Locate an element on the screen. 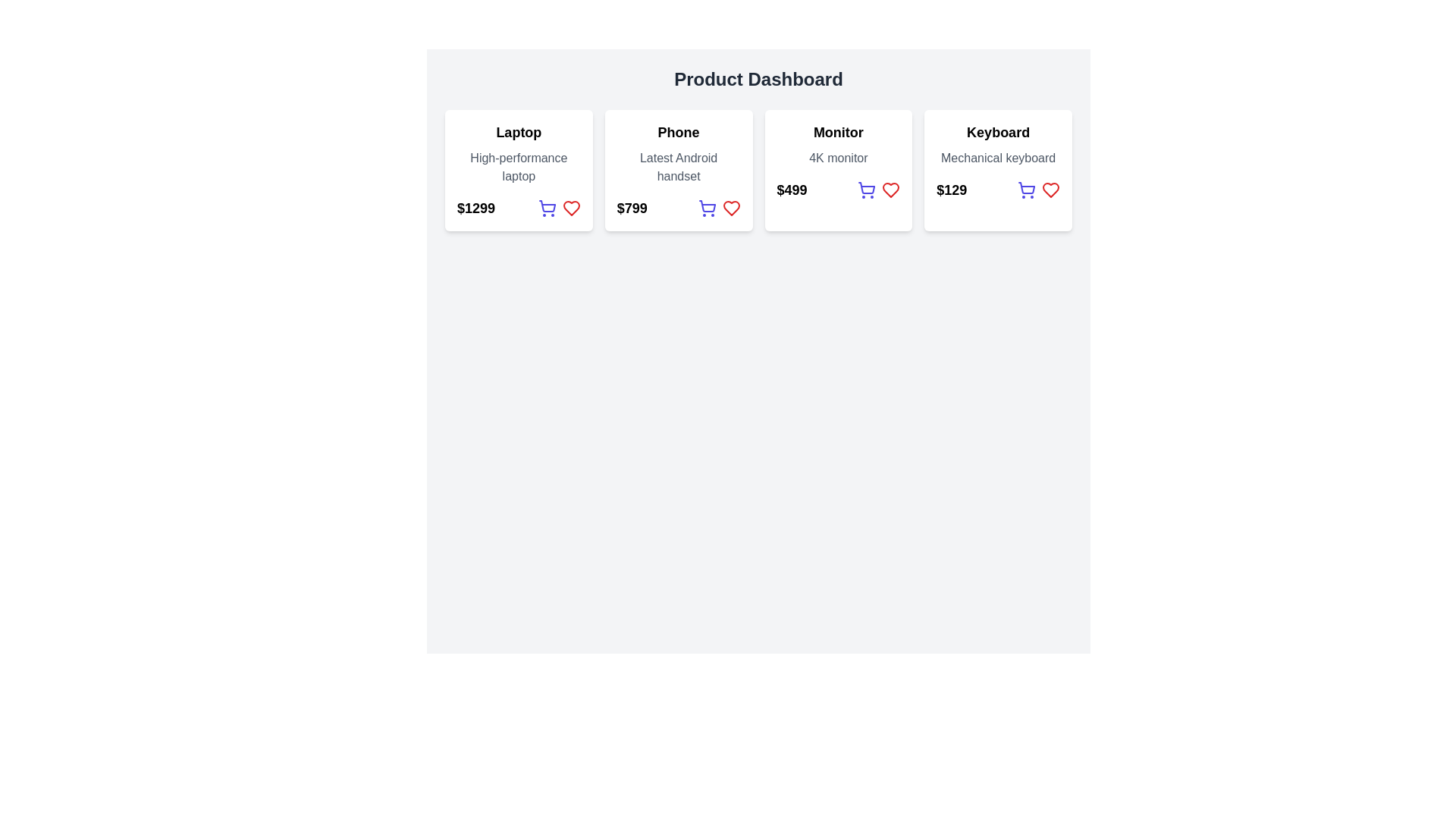  the bold-styled static text element displaying the price '$499' located in the third product card from the left, under the 'Monitor' header is located at coordinates (791, 189).